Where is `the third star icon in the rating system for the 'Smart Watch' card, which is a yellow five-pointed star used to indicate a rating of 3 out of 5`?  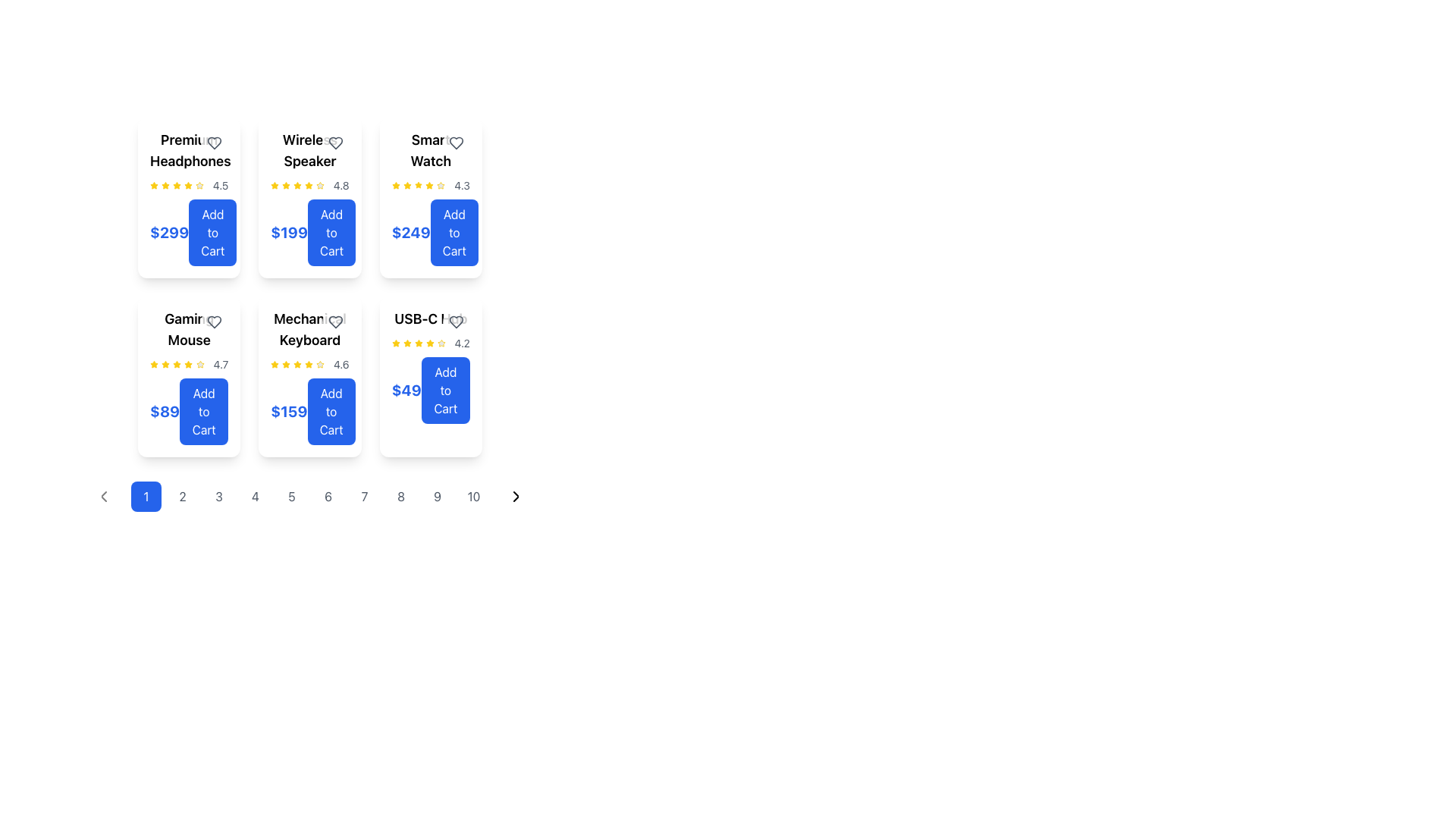
the third star icon in the rating system for the 'Smart Watch' card, which is a yellow five-pointed star used to indicate a rating of 3 out of 5 is located at coordinates (419, 184).